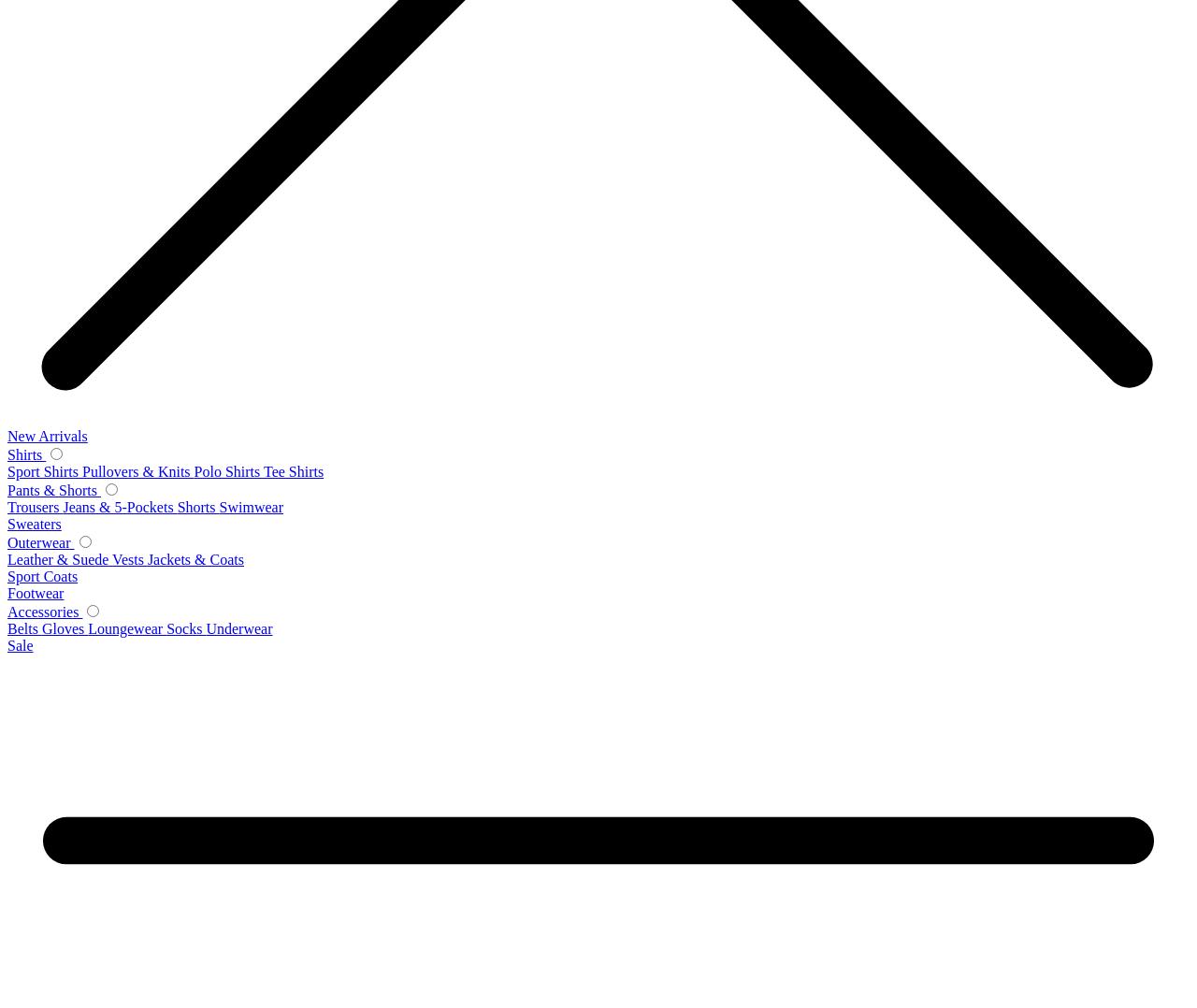 The image size is (1197, 1008). What do you see at coordinates (126, 628) in the screenshot?
I see `'Loungewear'` at bounding box center [126, 628].